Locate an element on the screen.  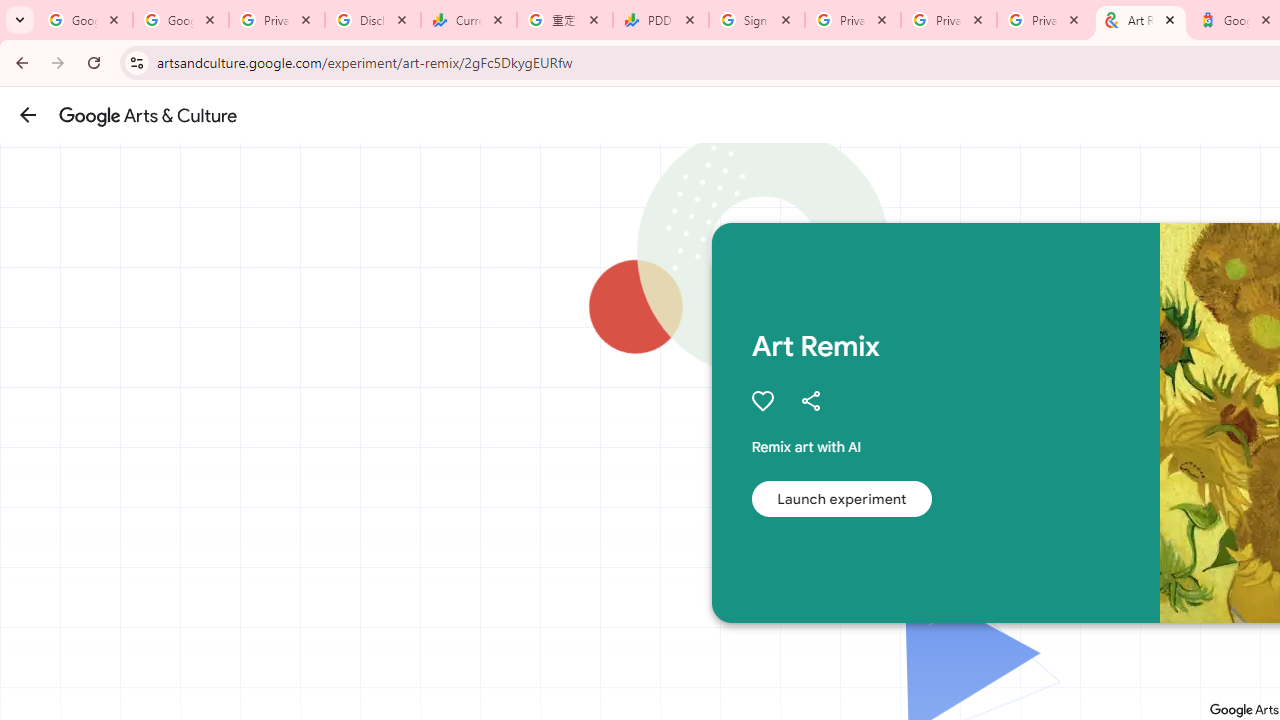
'Google Arts & Culture' is located at coordinates (147, 115).